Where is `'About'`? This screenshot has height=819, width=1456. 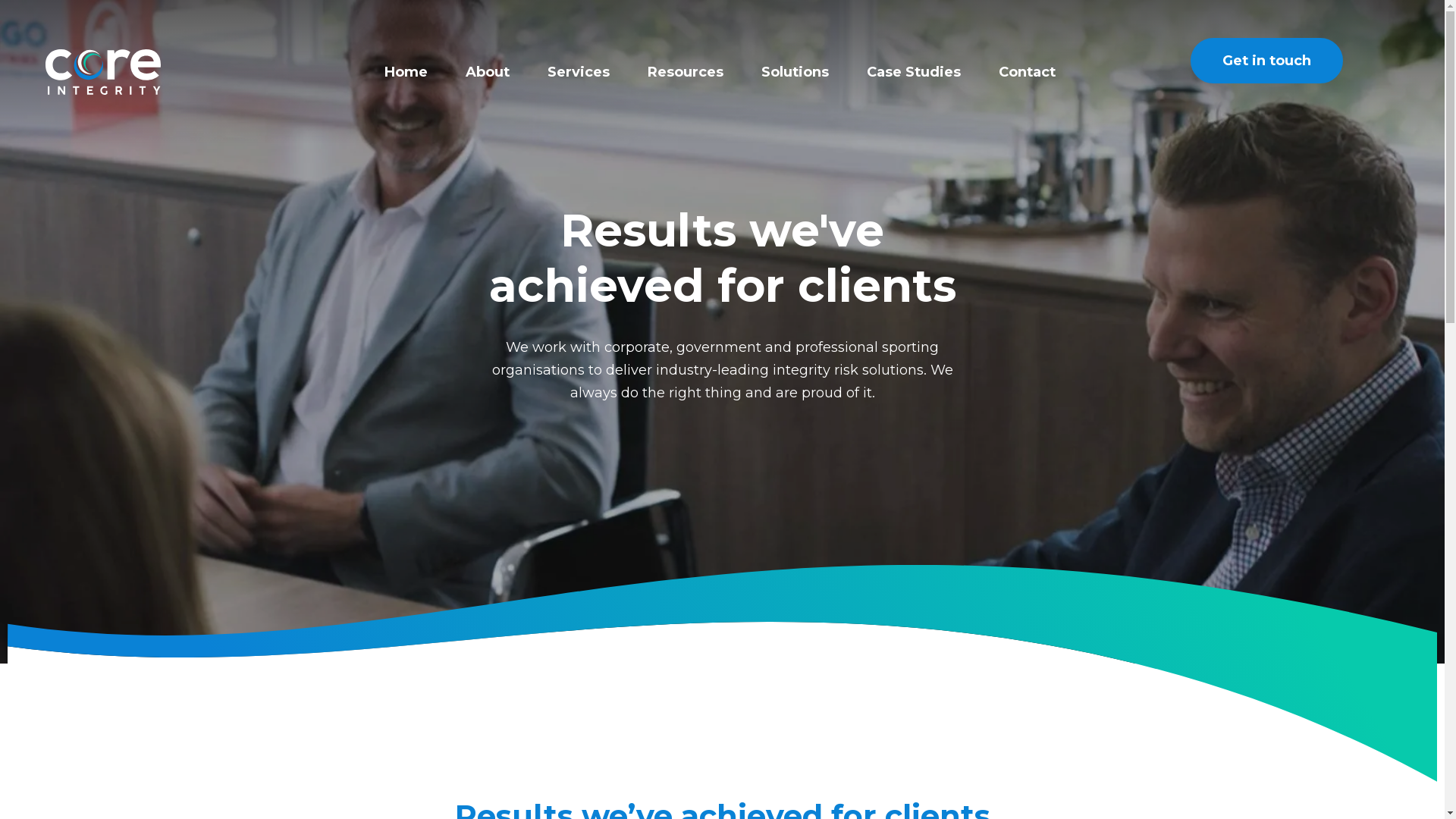
'About' is located at coordinates (465, 72).